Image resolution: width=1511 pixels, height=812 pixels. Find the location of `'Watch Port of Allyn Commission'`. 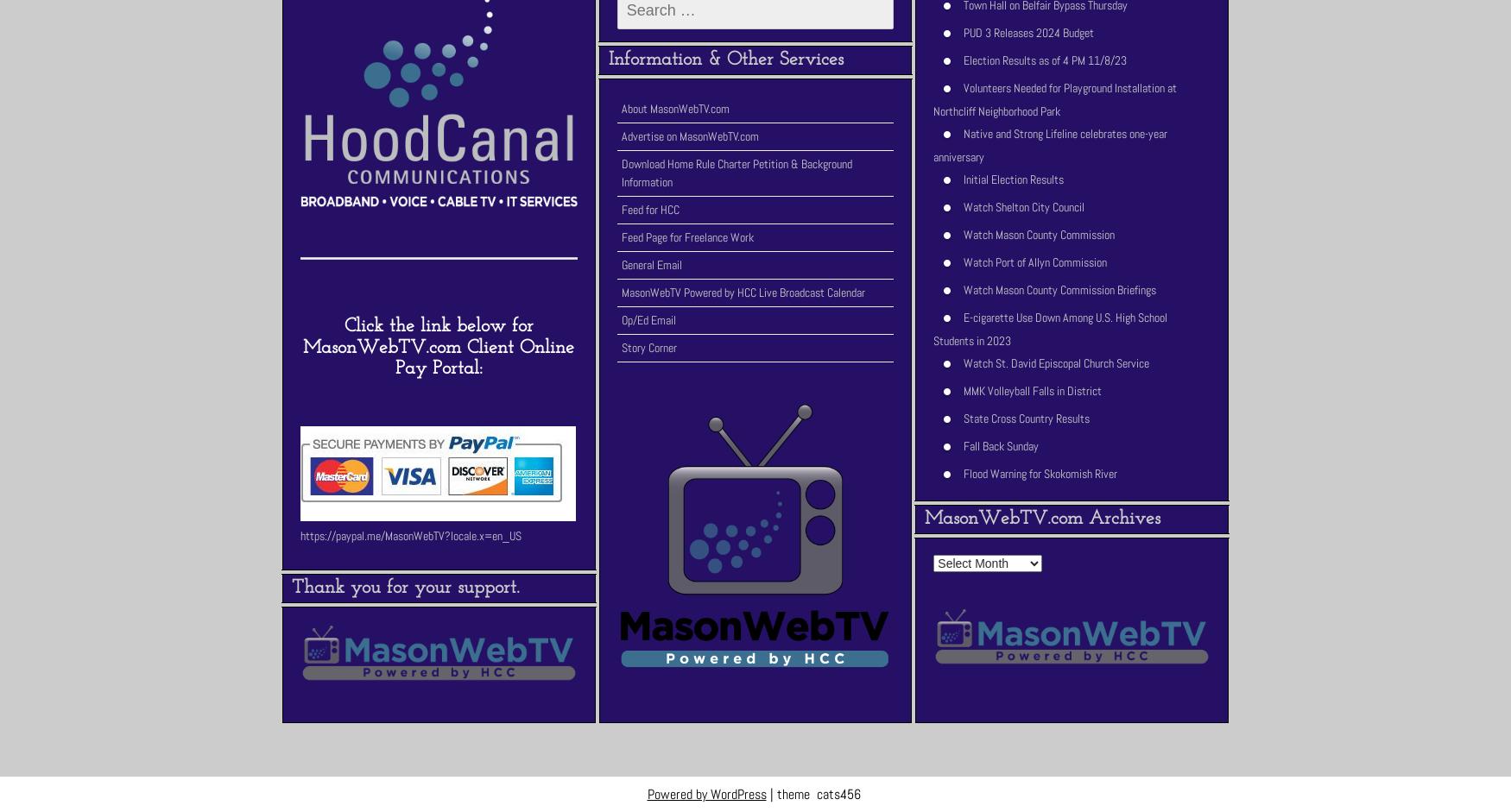

'Watch Port of Allyn Commission' is located at coordinates (1038, 261).